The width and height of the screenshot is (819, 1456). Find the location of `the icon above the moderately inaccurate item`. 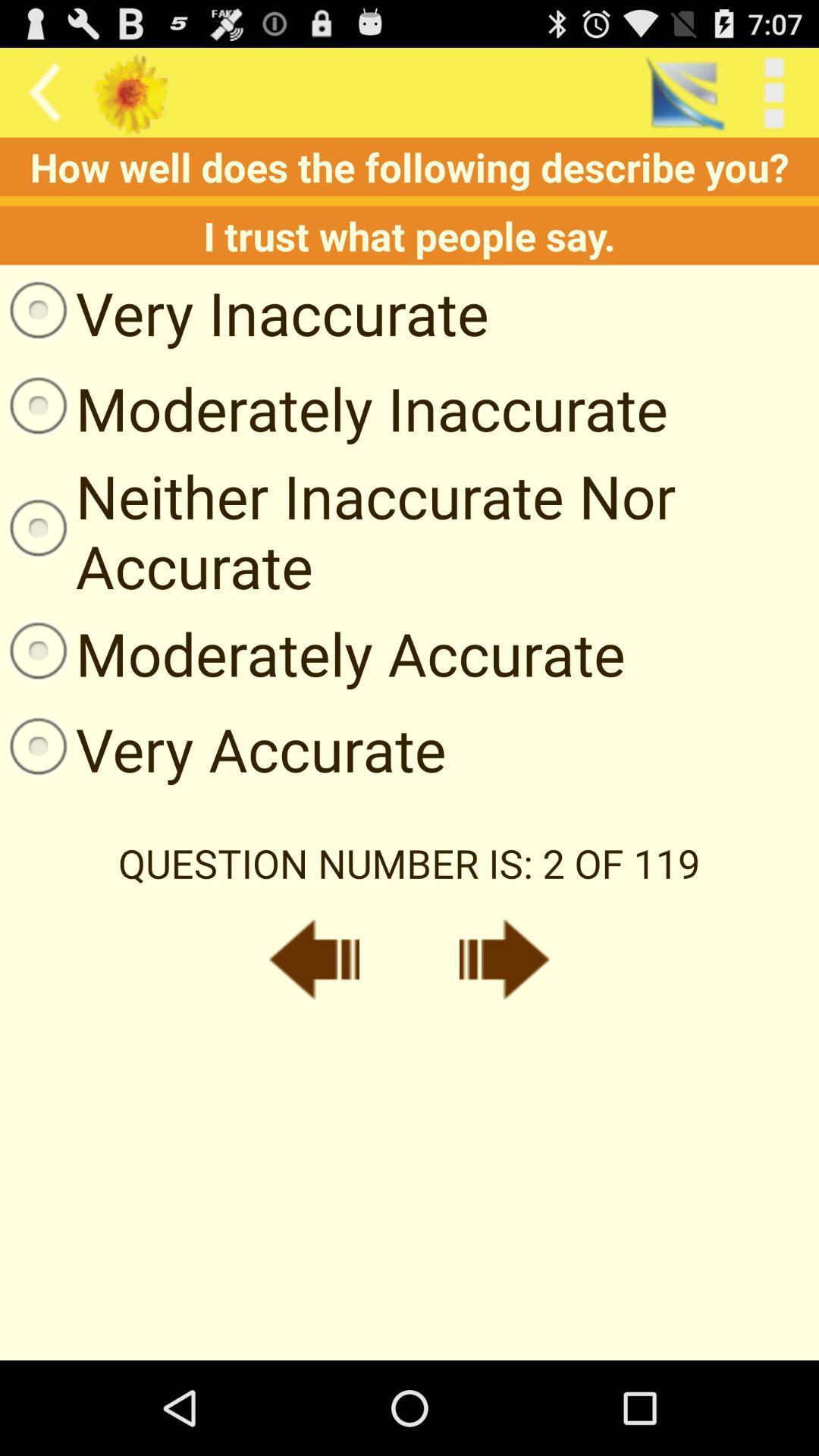

the icon above the moderately inaccurate item is located at coordinates (243, 312).